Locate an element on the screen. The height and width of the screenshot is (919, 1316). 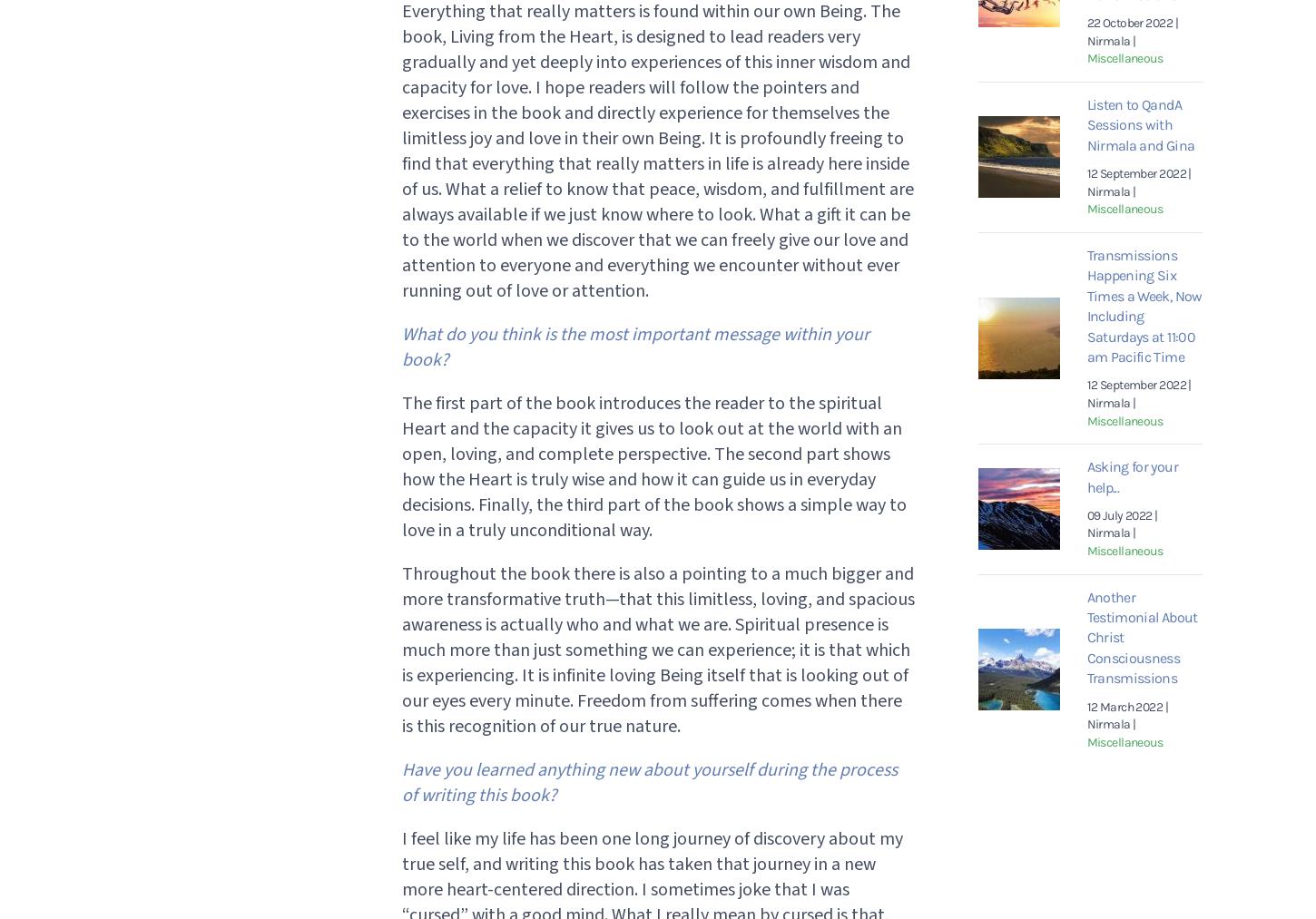
'Have you learned anything new about yourself during the process of writing this book?' is located at coordinates (647, 781).